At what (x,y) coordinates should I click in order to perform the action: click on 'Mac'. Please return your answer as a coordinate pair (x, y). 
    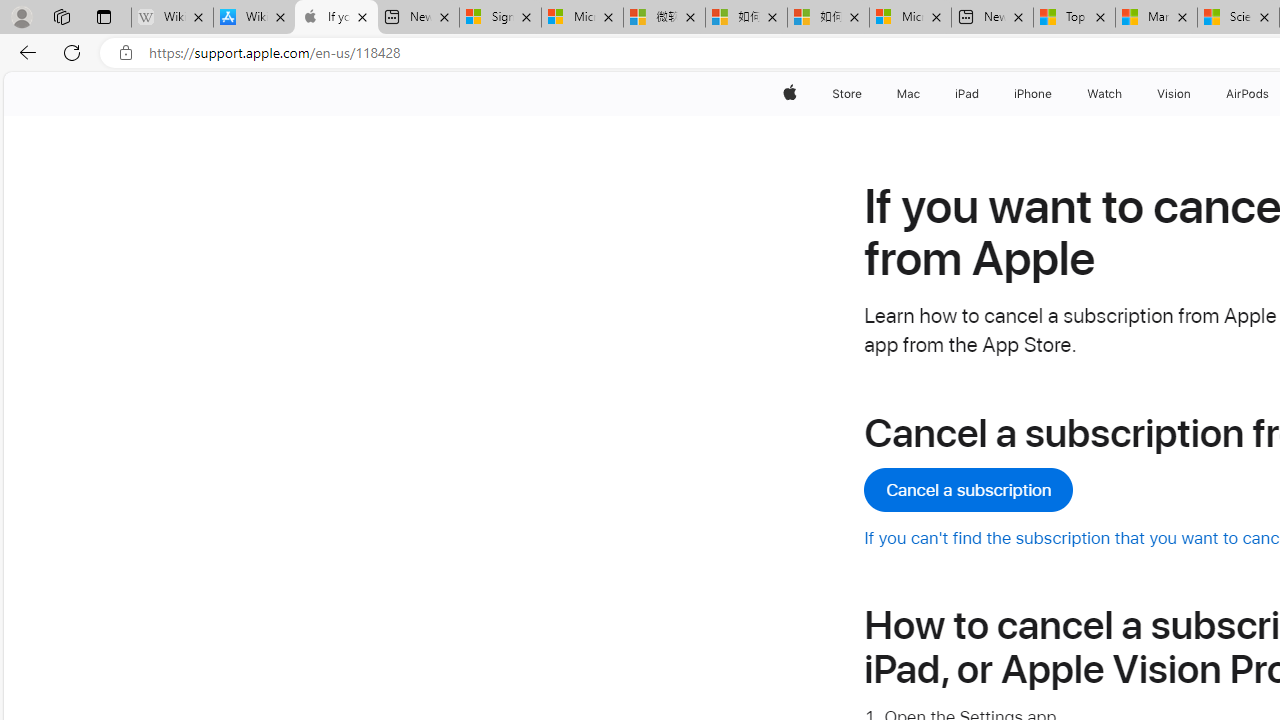
    Looking at the image, I should click on (907, 93).